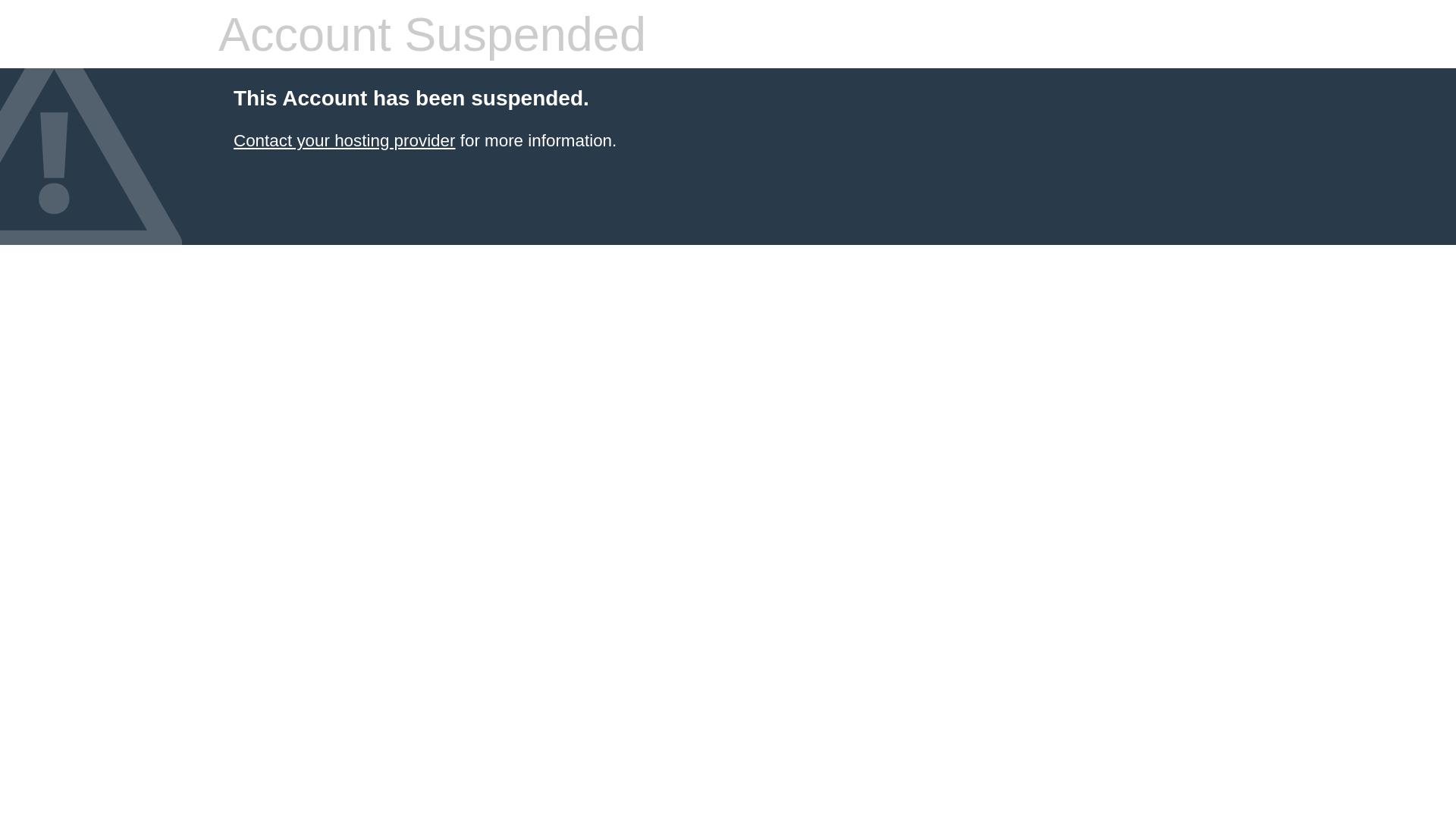 The image size is (1456, 819). Describe the element at coordinates (344, 140) in the screenshot. I see `'Contact your hosting provider'` at that location.